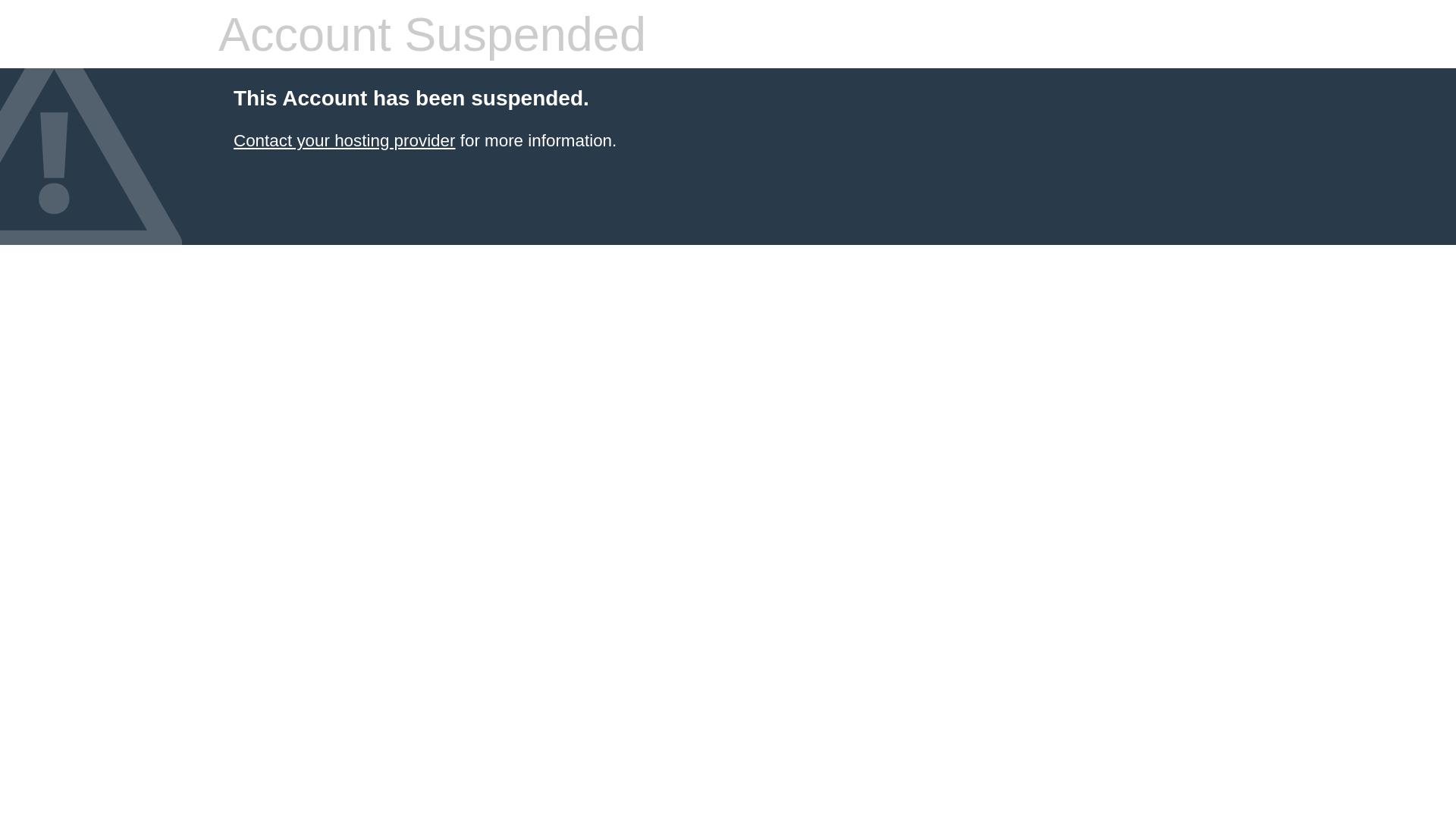 The image size is (1456, 819). Describe the element at coordinates (344, 140) in the screenshot. I see `'Contact your hosting provider'` at that location.